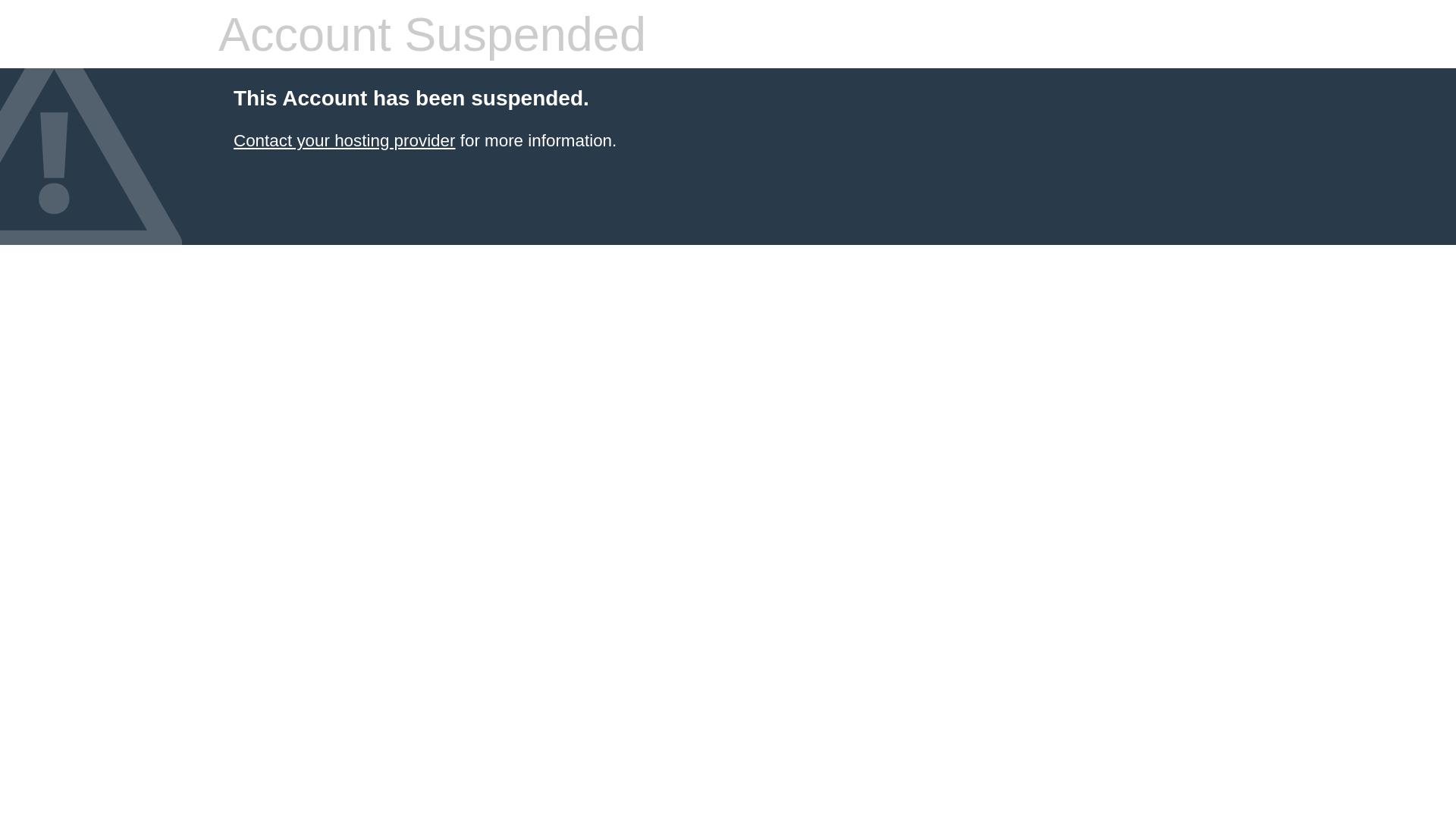 The image size is (1456, 819). Describe the element at coordinates (344, 140) in the screenshot. I see `'Contact your hosting provider'` at that location.